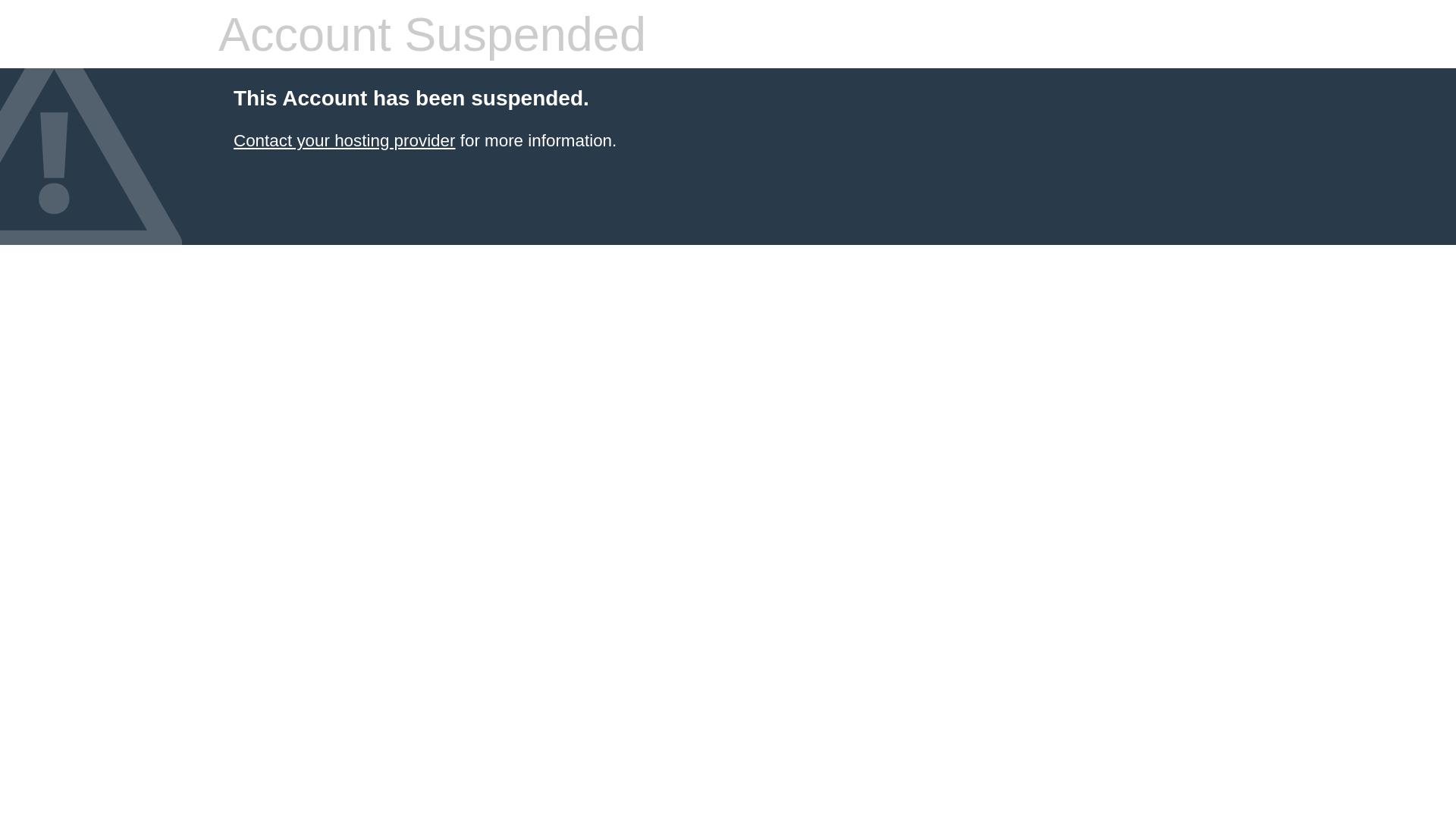 The image size is (1456, 819). Describe the element at coordinates (344, 140) in the screenshot. I see `'Contact your hosting provider'` at that location.